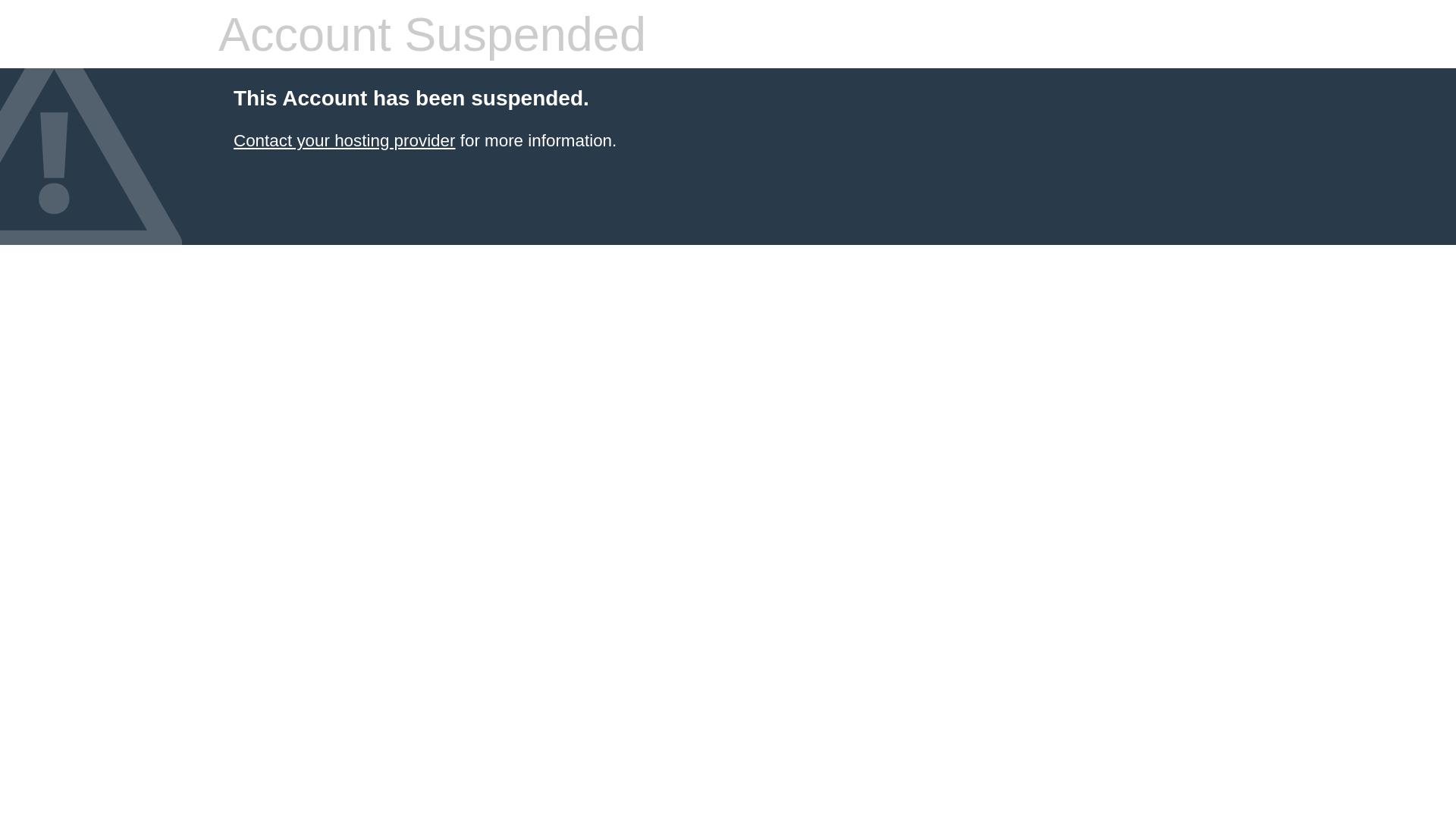 The image size is (1456, 819). Describe the element at coordinates (344, 140) in the screenshot. I see `'Contact your hosting provider'` at that location.